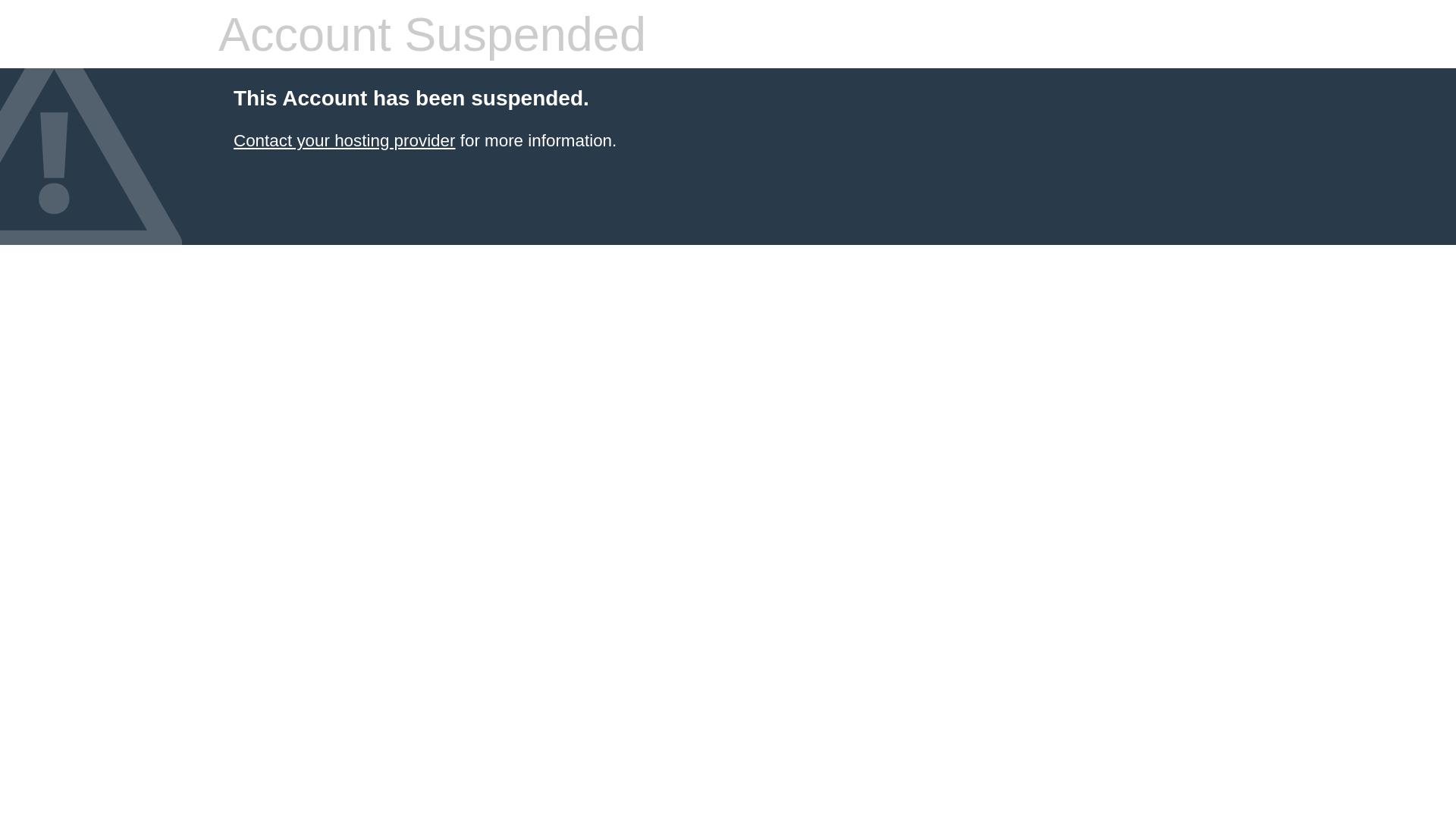 The image size is (1456, 819). Describe the element at coordinates (344, 140) in the screenshot. I see `'Contact your hosting provider'` at that location.